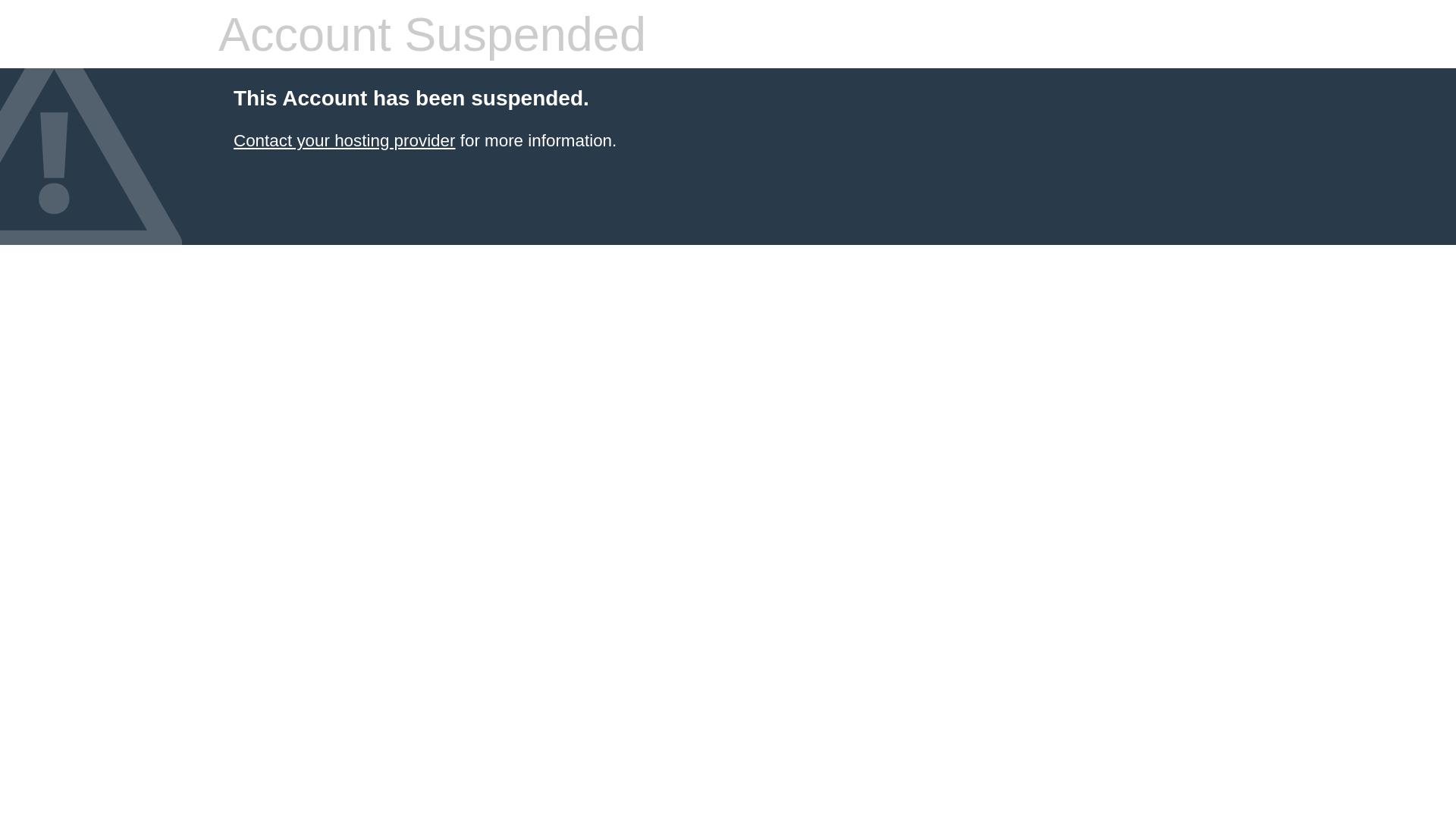 The image size is (1456, 819). Describe the element at coordinates (344, 140) in the screenshot. I see `'Contact your hosting provider'` at that location.